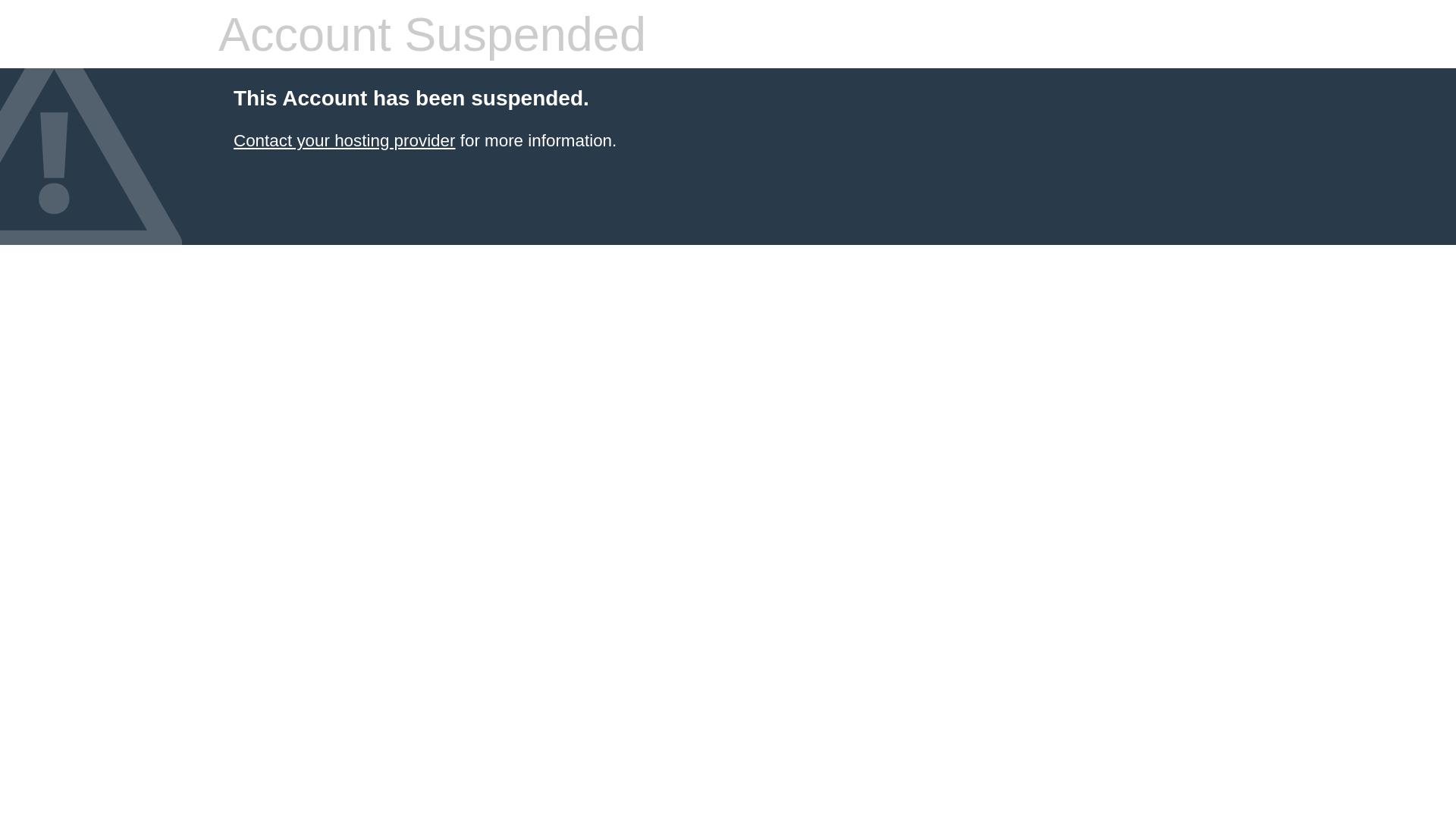 The image size is (1456, 819). Describe the element at coordinates (344, 140) in the screenshot. I see `'Contact your hosting provider'` at that location.